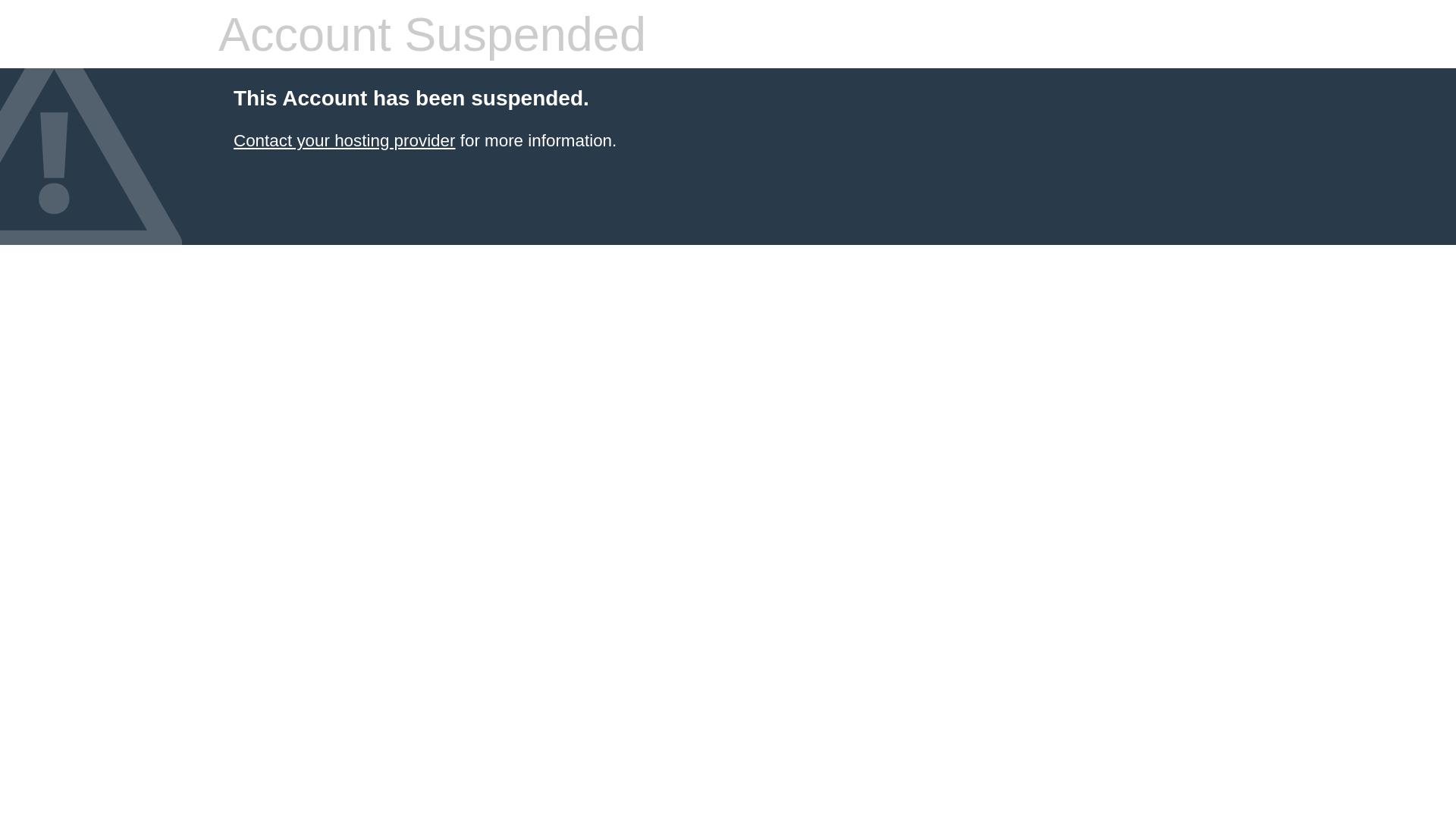 The image size is (1456, 819). Describe the element at coordinates (344, 140) in the screenshot. I see `'Contact your hosting provider'` at that location.